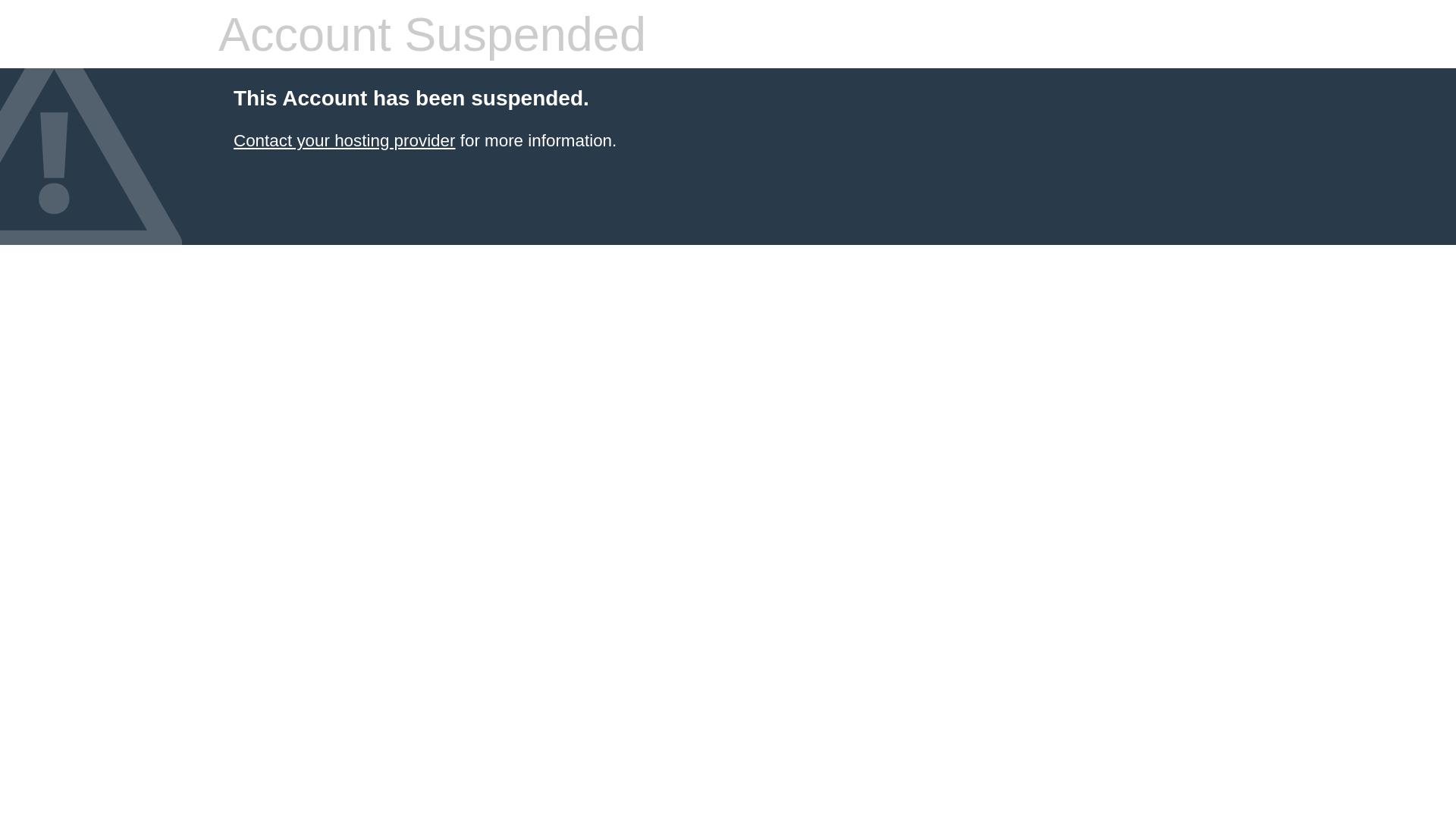 The image size is (1456, 819). Describe the element at coordinates (344, 140) in the screenshot. I see `'Contact your hosting provider'` at that location.